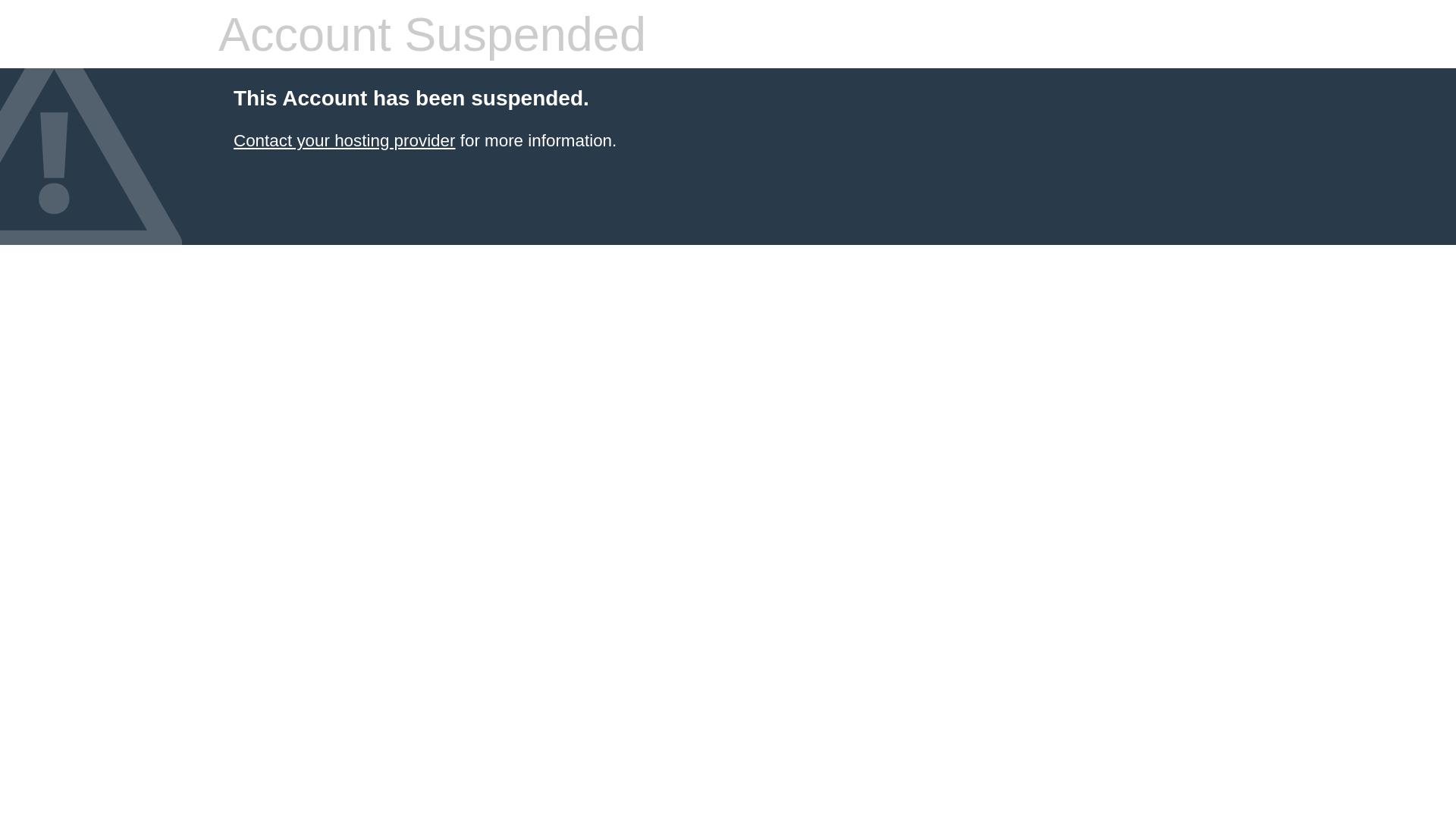 The image size is (1456, 819). Describe the element at coordinates (344, 140) in the screenshot. I see `'Contact your hosting provider'` at that location.